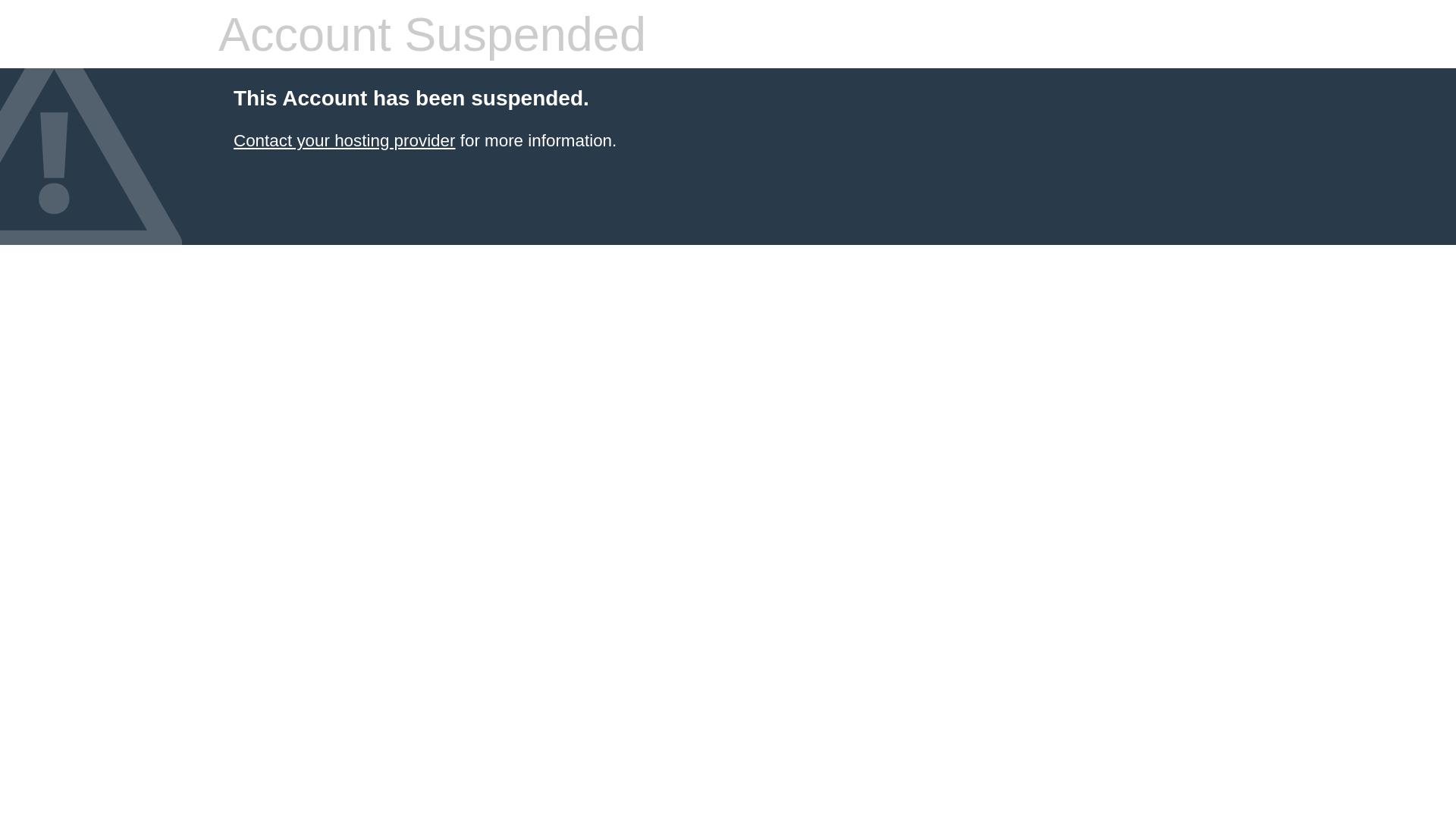 The image size is (1456, 819). Describe the element at coordinates (344, 140) in the screenshot. I see `'Contact your hosting provider'` at that location.